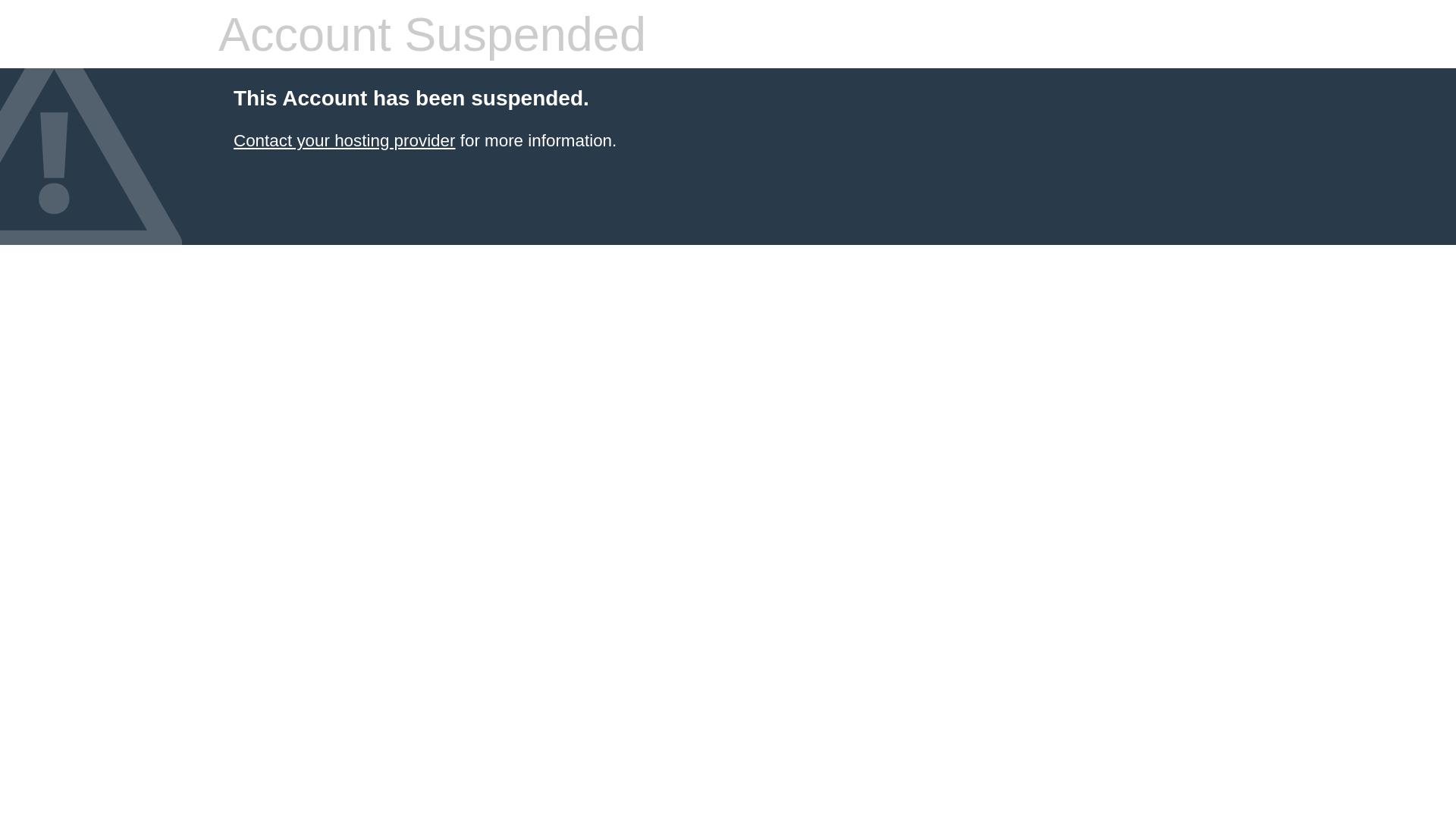 The image size is (1456, 819). Describe the element at coordinates (344, 140) in the screenshot. I see `'Contact your hosting provider'` at that location.